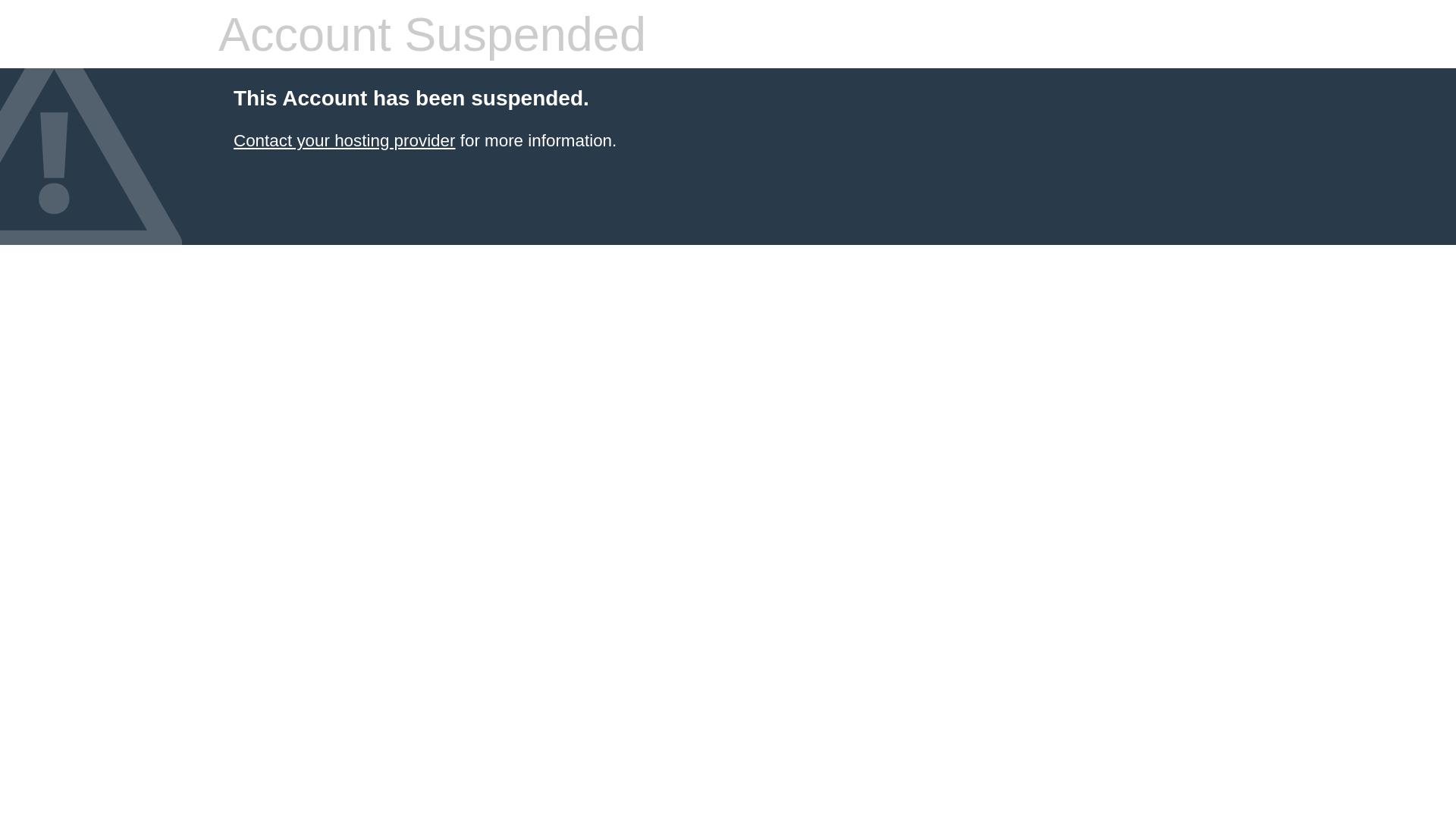 The image size is (1456, 819). Describe the element at coordinates (344, 140) in the screenshot. I see `'Contact your hosting provider'` at that location.